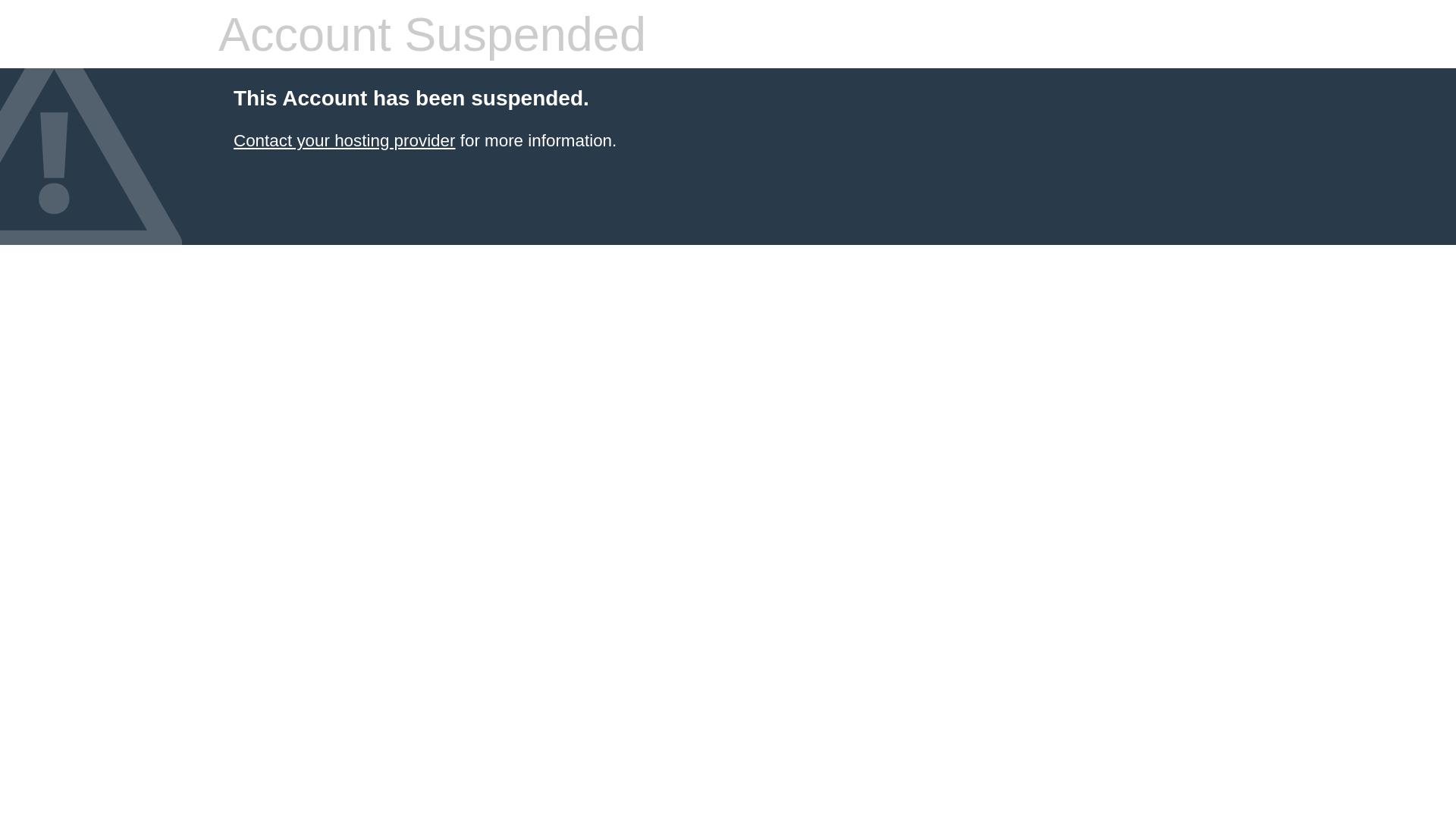 The image size is (1456, 819). Describe the element at coordinates (344, 140) in the screenshot. I see `'Contact your hosting provider'` at that location.